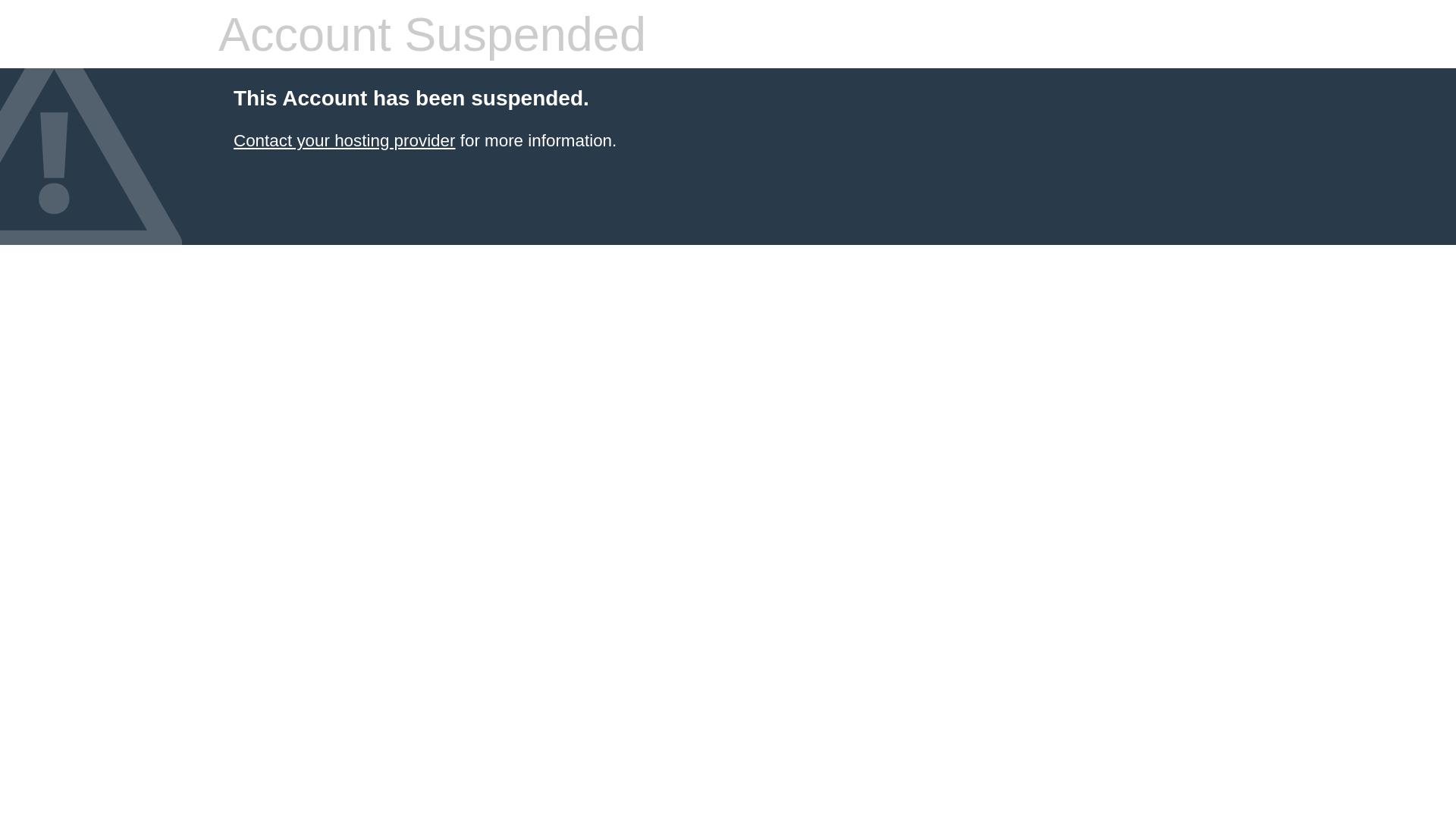 The image size is (1456, 819). Describe the element at coordinates (344, 140) in the screenshot. I see `'Contact your hosting provider'` at that location.